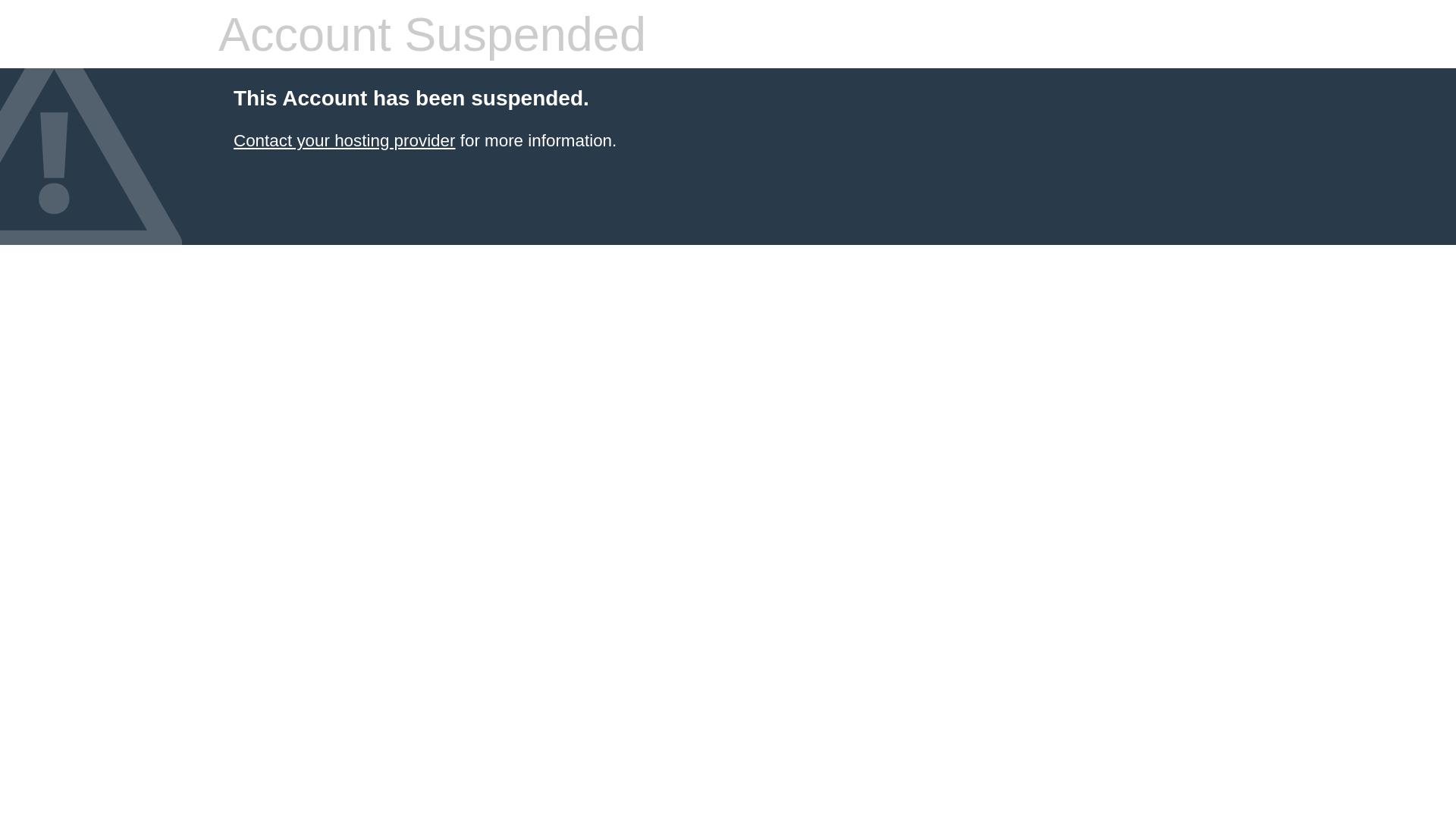 The image size is (1456, 819). Describe the element at coordinates (344, 140) in the screenshot. I see `'Contact your hosting provider'` at that location.